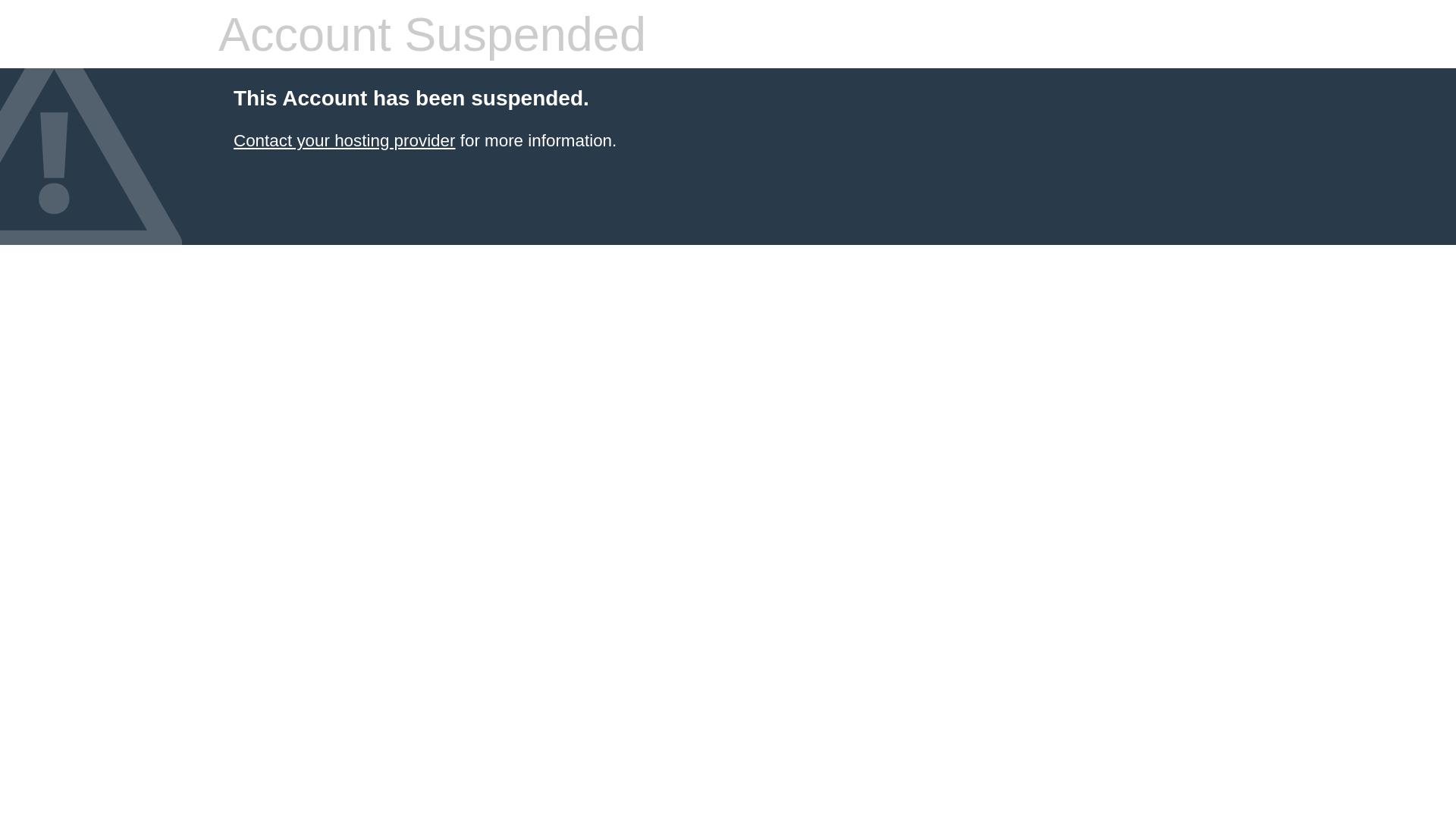 The image size is (1456, 819). Describe the element at coordinates (344, 140) in the screenshot. I see `'Contact your hosting provider'` at that location.